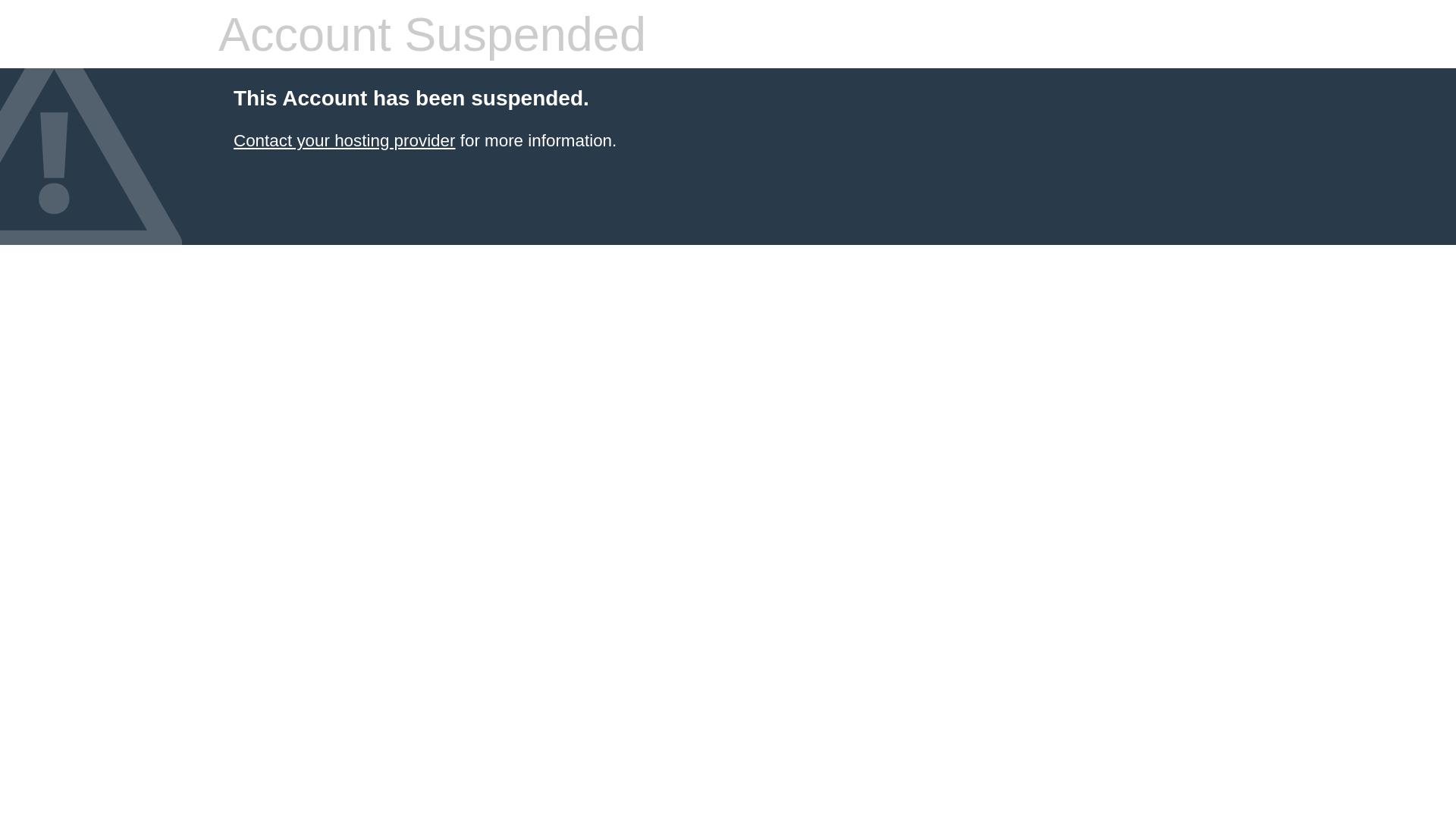 The image size is (1456, 819). Describe the element at coordinates (344, 140) in the screenshot. I see `'Contact your hosting provider'` at that location.